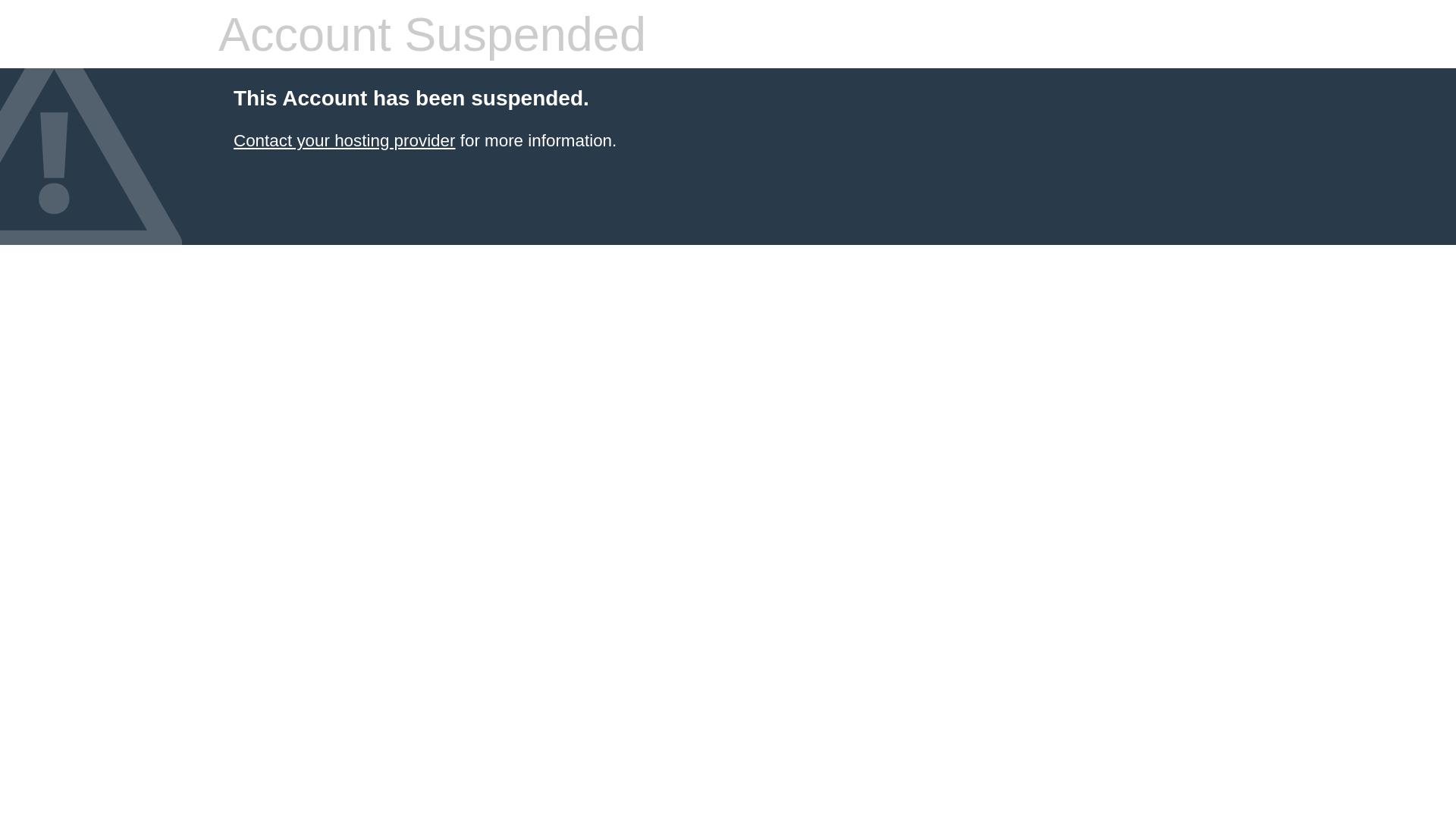 The image size is (1456, 819). Describe the element at coordinates (344, 140) in the screenshot. I see `'Contact your hosting provider'` at that location.